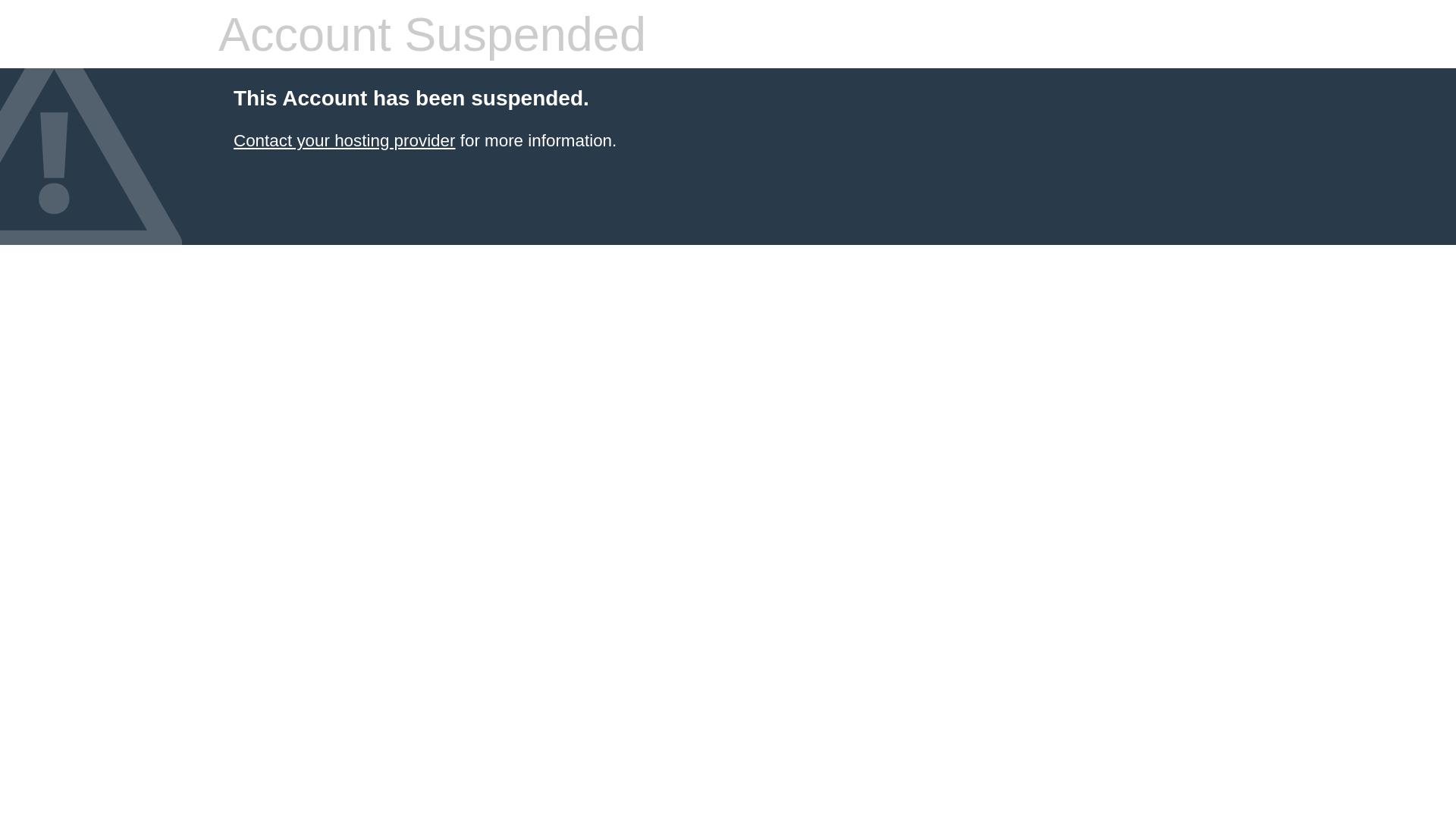 The image size is (1456, 819). Describe the element at coordinates (344, 140) in the screenshot. I see `'Contact your hosting provider'` at that location.